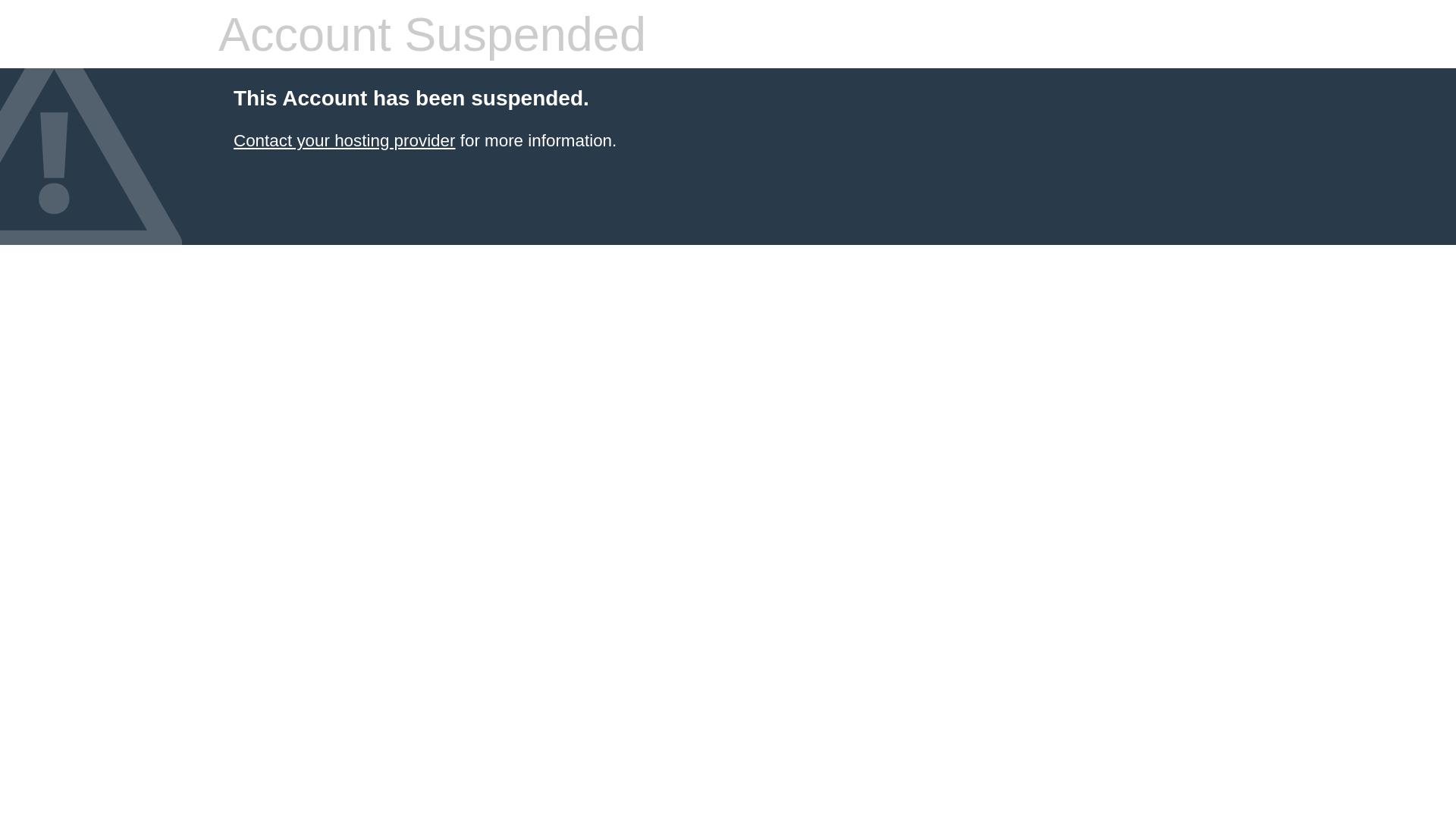 The image size is (1456, 819). Describe the element at coordinates (344, 140) in the screenshot. I see `'Contact your hosting provider'` at that location.